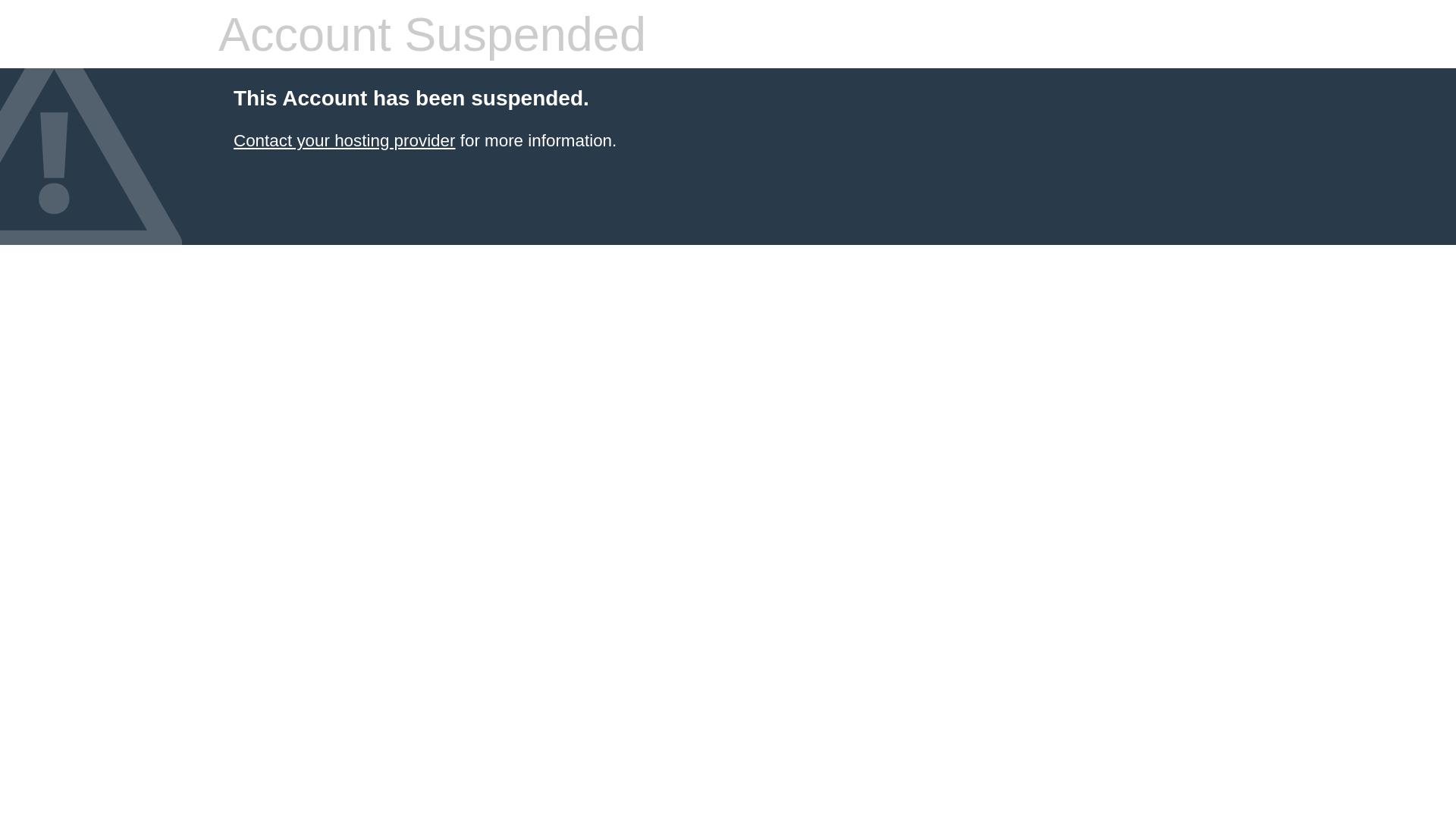 The image size is (1456, 819). Describe the element at coordinates (344, 140) in the screenshot. I see `'Contact your hosting provider'` at that location.